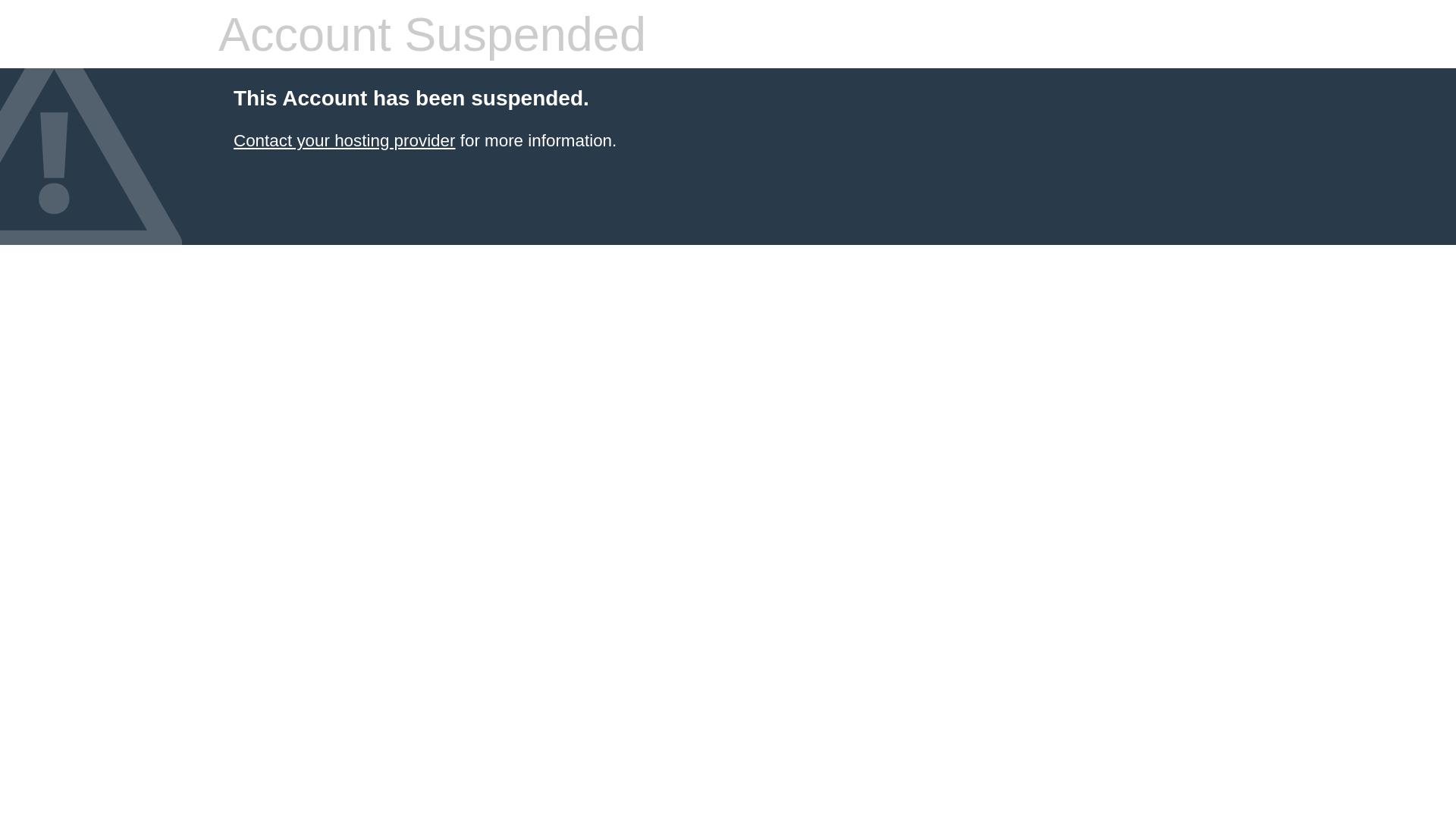 The image size is (1456, 819). Describe the element at coordinates (344, 140) in the screenshot. I see `'Contact your hosting provider'` at that location.